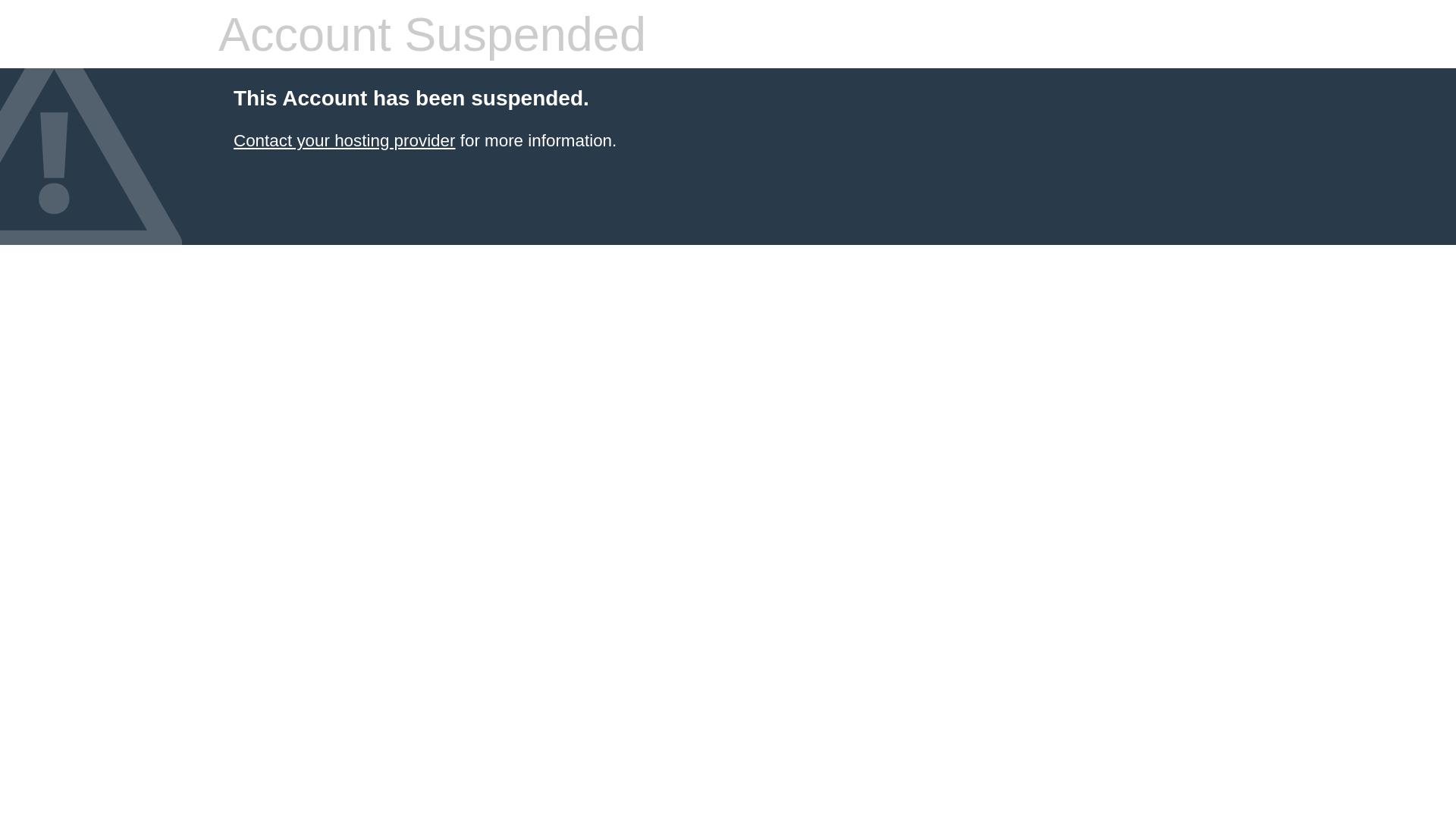 The image size is (1456, 819). Describe the element at coordinates (344, 140) in the screenshot. I see `'Contact your hosting provider'` at that location.